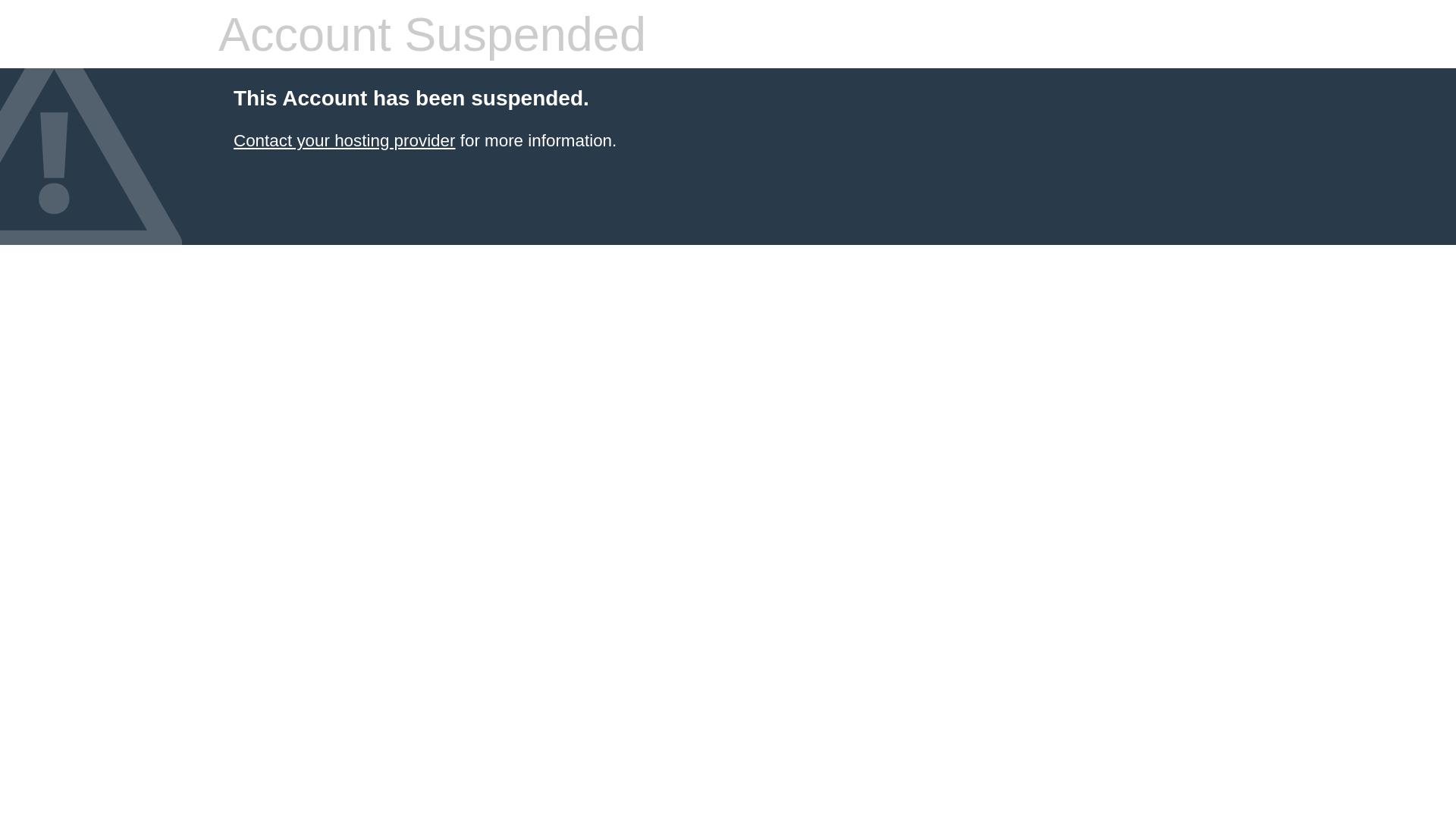 The image size is (1456, 819). Describe the element at coordinates (344, 140) in the screenshot. I see `'Contact your hosting provider'` at that location.